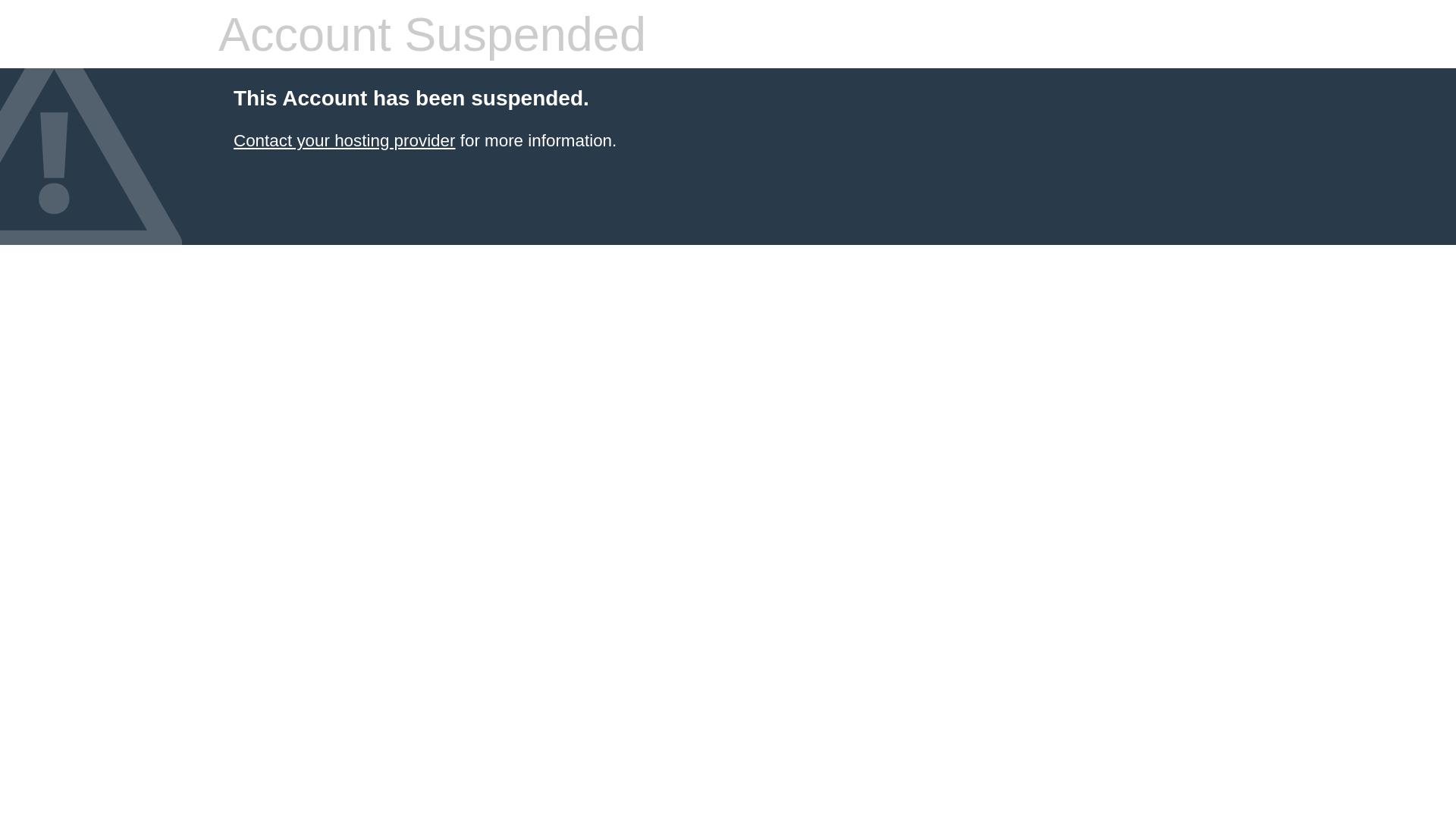 The image size is (1456, 819). Describe the element at coordinates (344, 140) in the screenshot. I see `'Contact your hosting provider'` at that location.